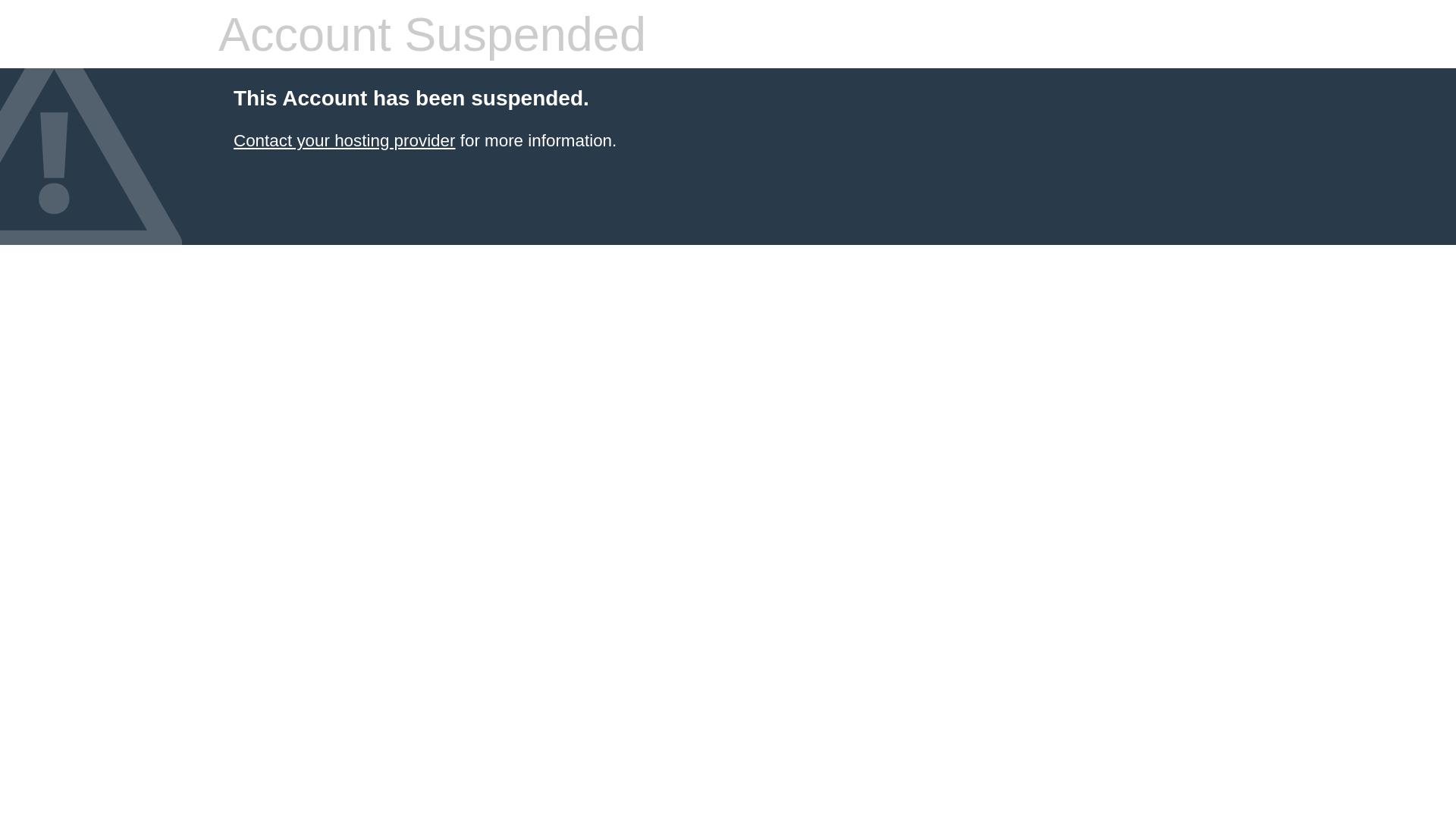 The image size is (1456, 819). Describe the element at coordinates (344, 140) in the screenshot. I see `'Contact your hosting provider'` at that location.